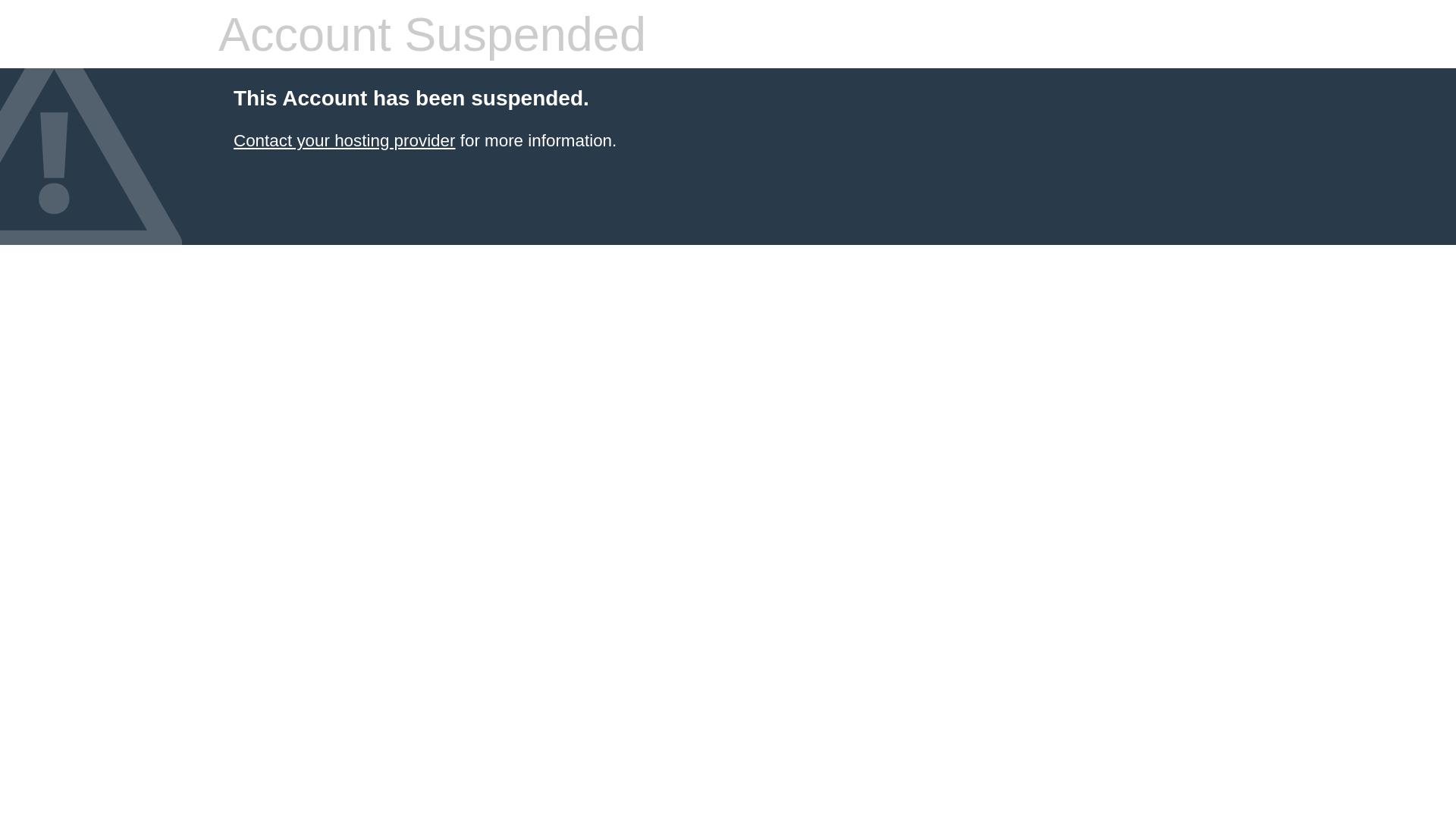 The image size is (1456, 819). Describe the element at coordinates (344, 140) in the screenshot. I see `'Contact your hosting provider'` at that location.